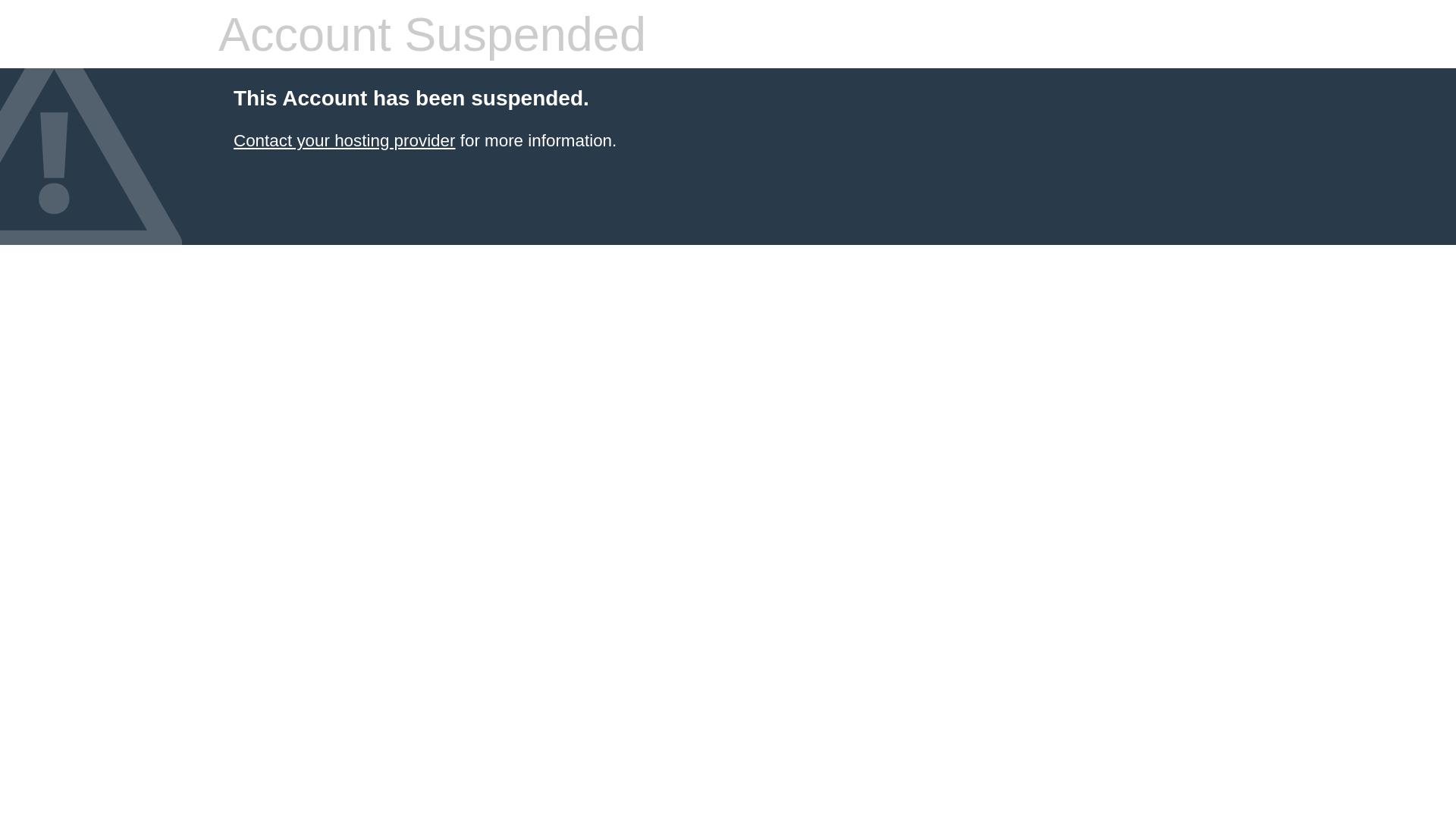 The image size is (1456, 819). Describe the element at coordinates (344, 140) in the screenshot. I see `'Contact your hosting provider'` at that location.